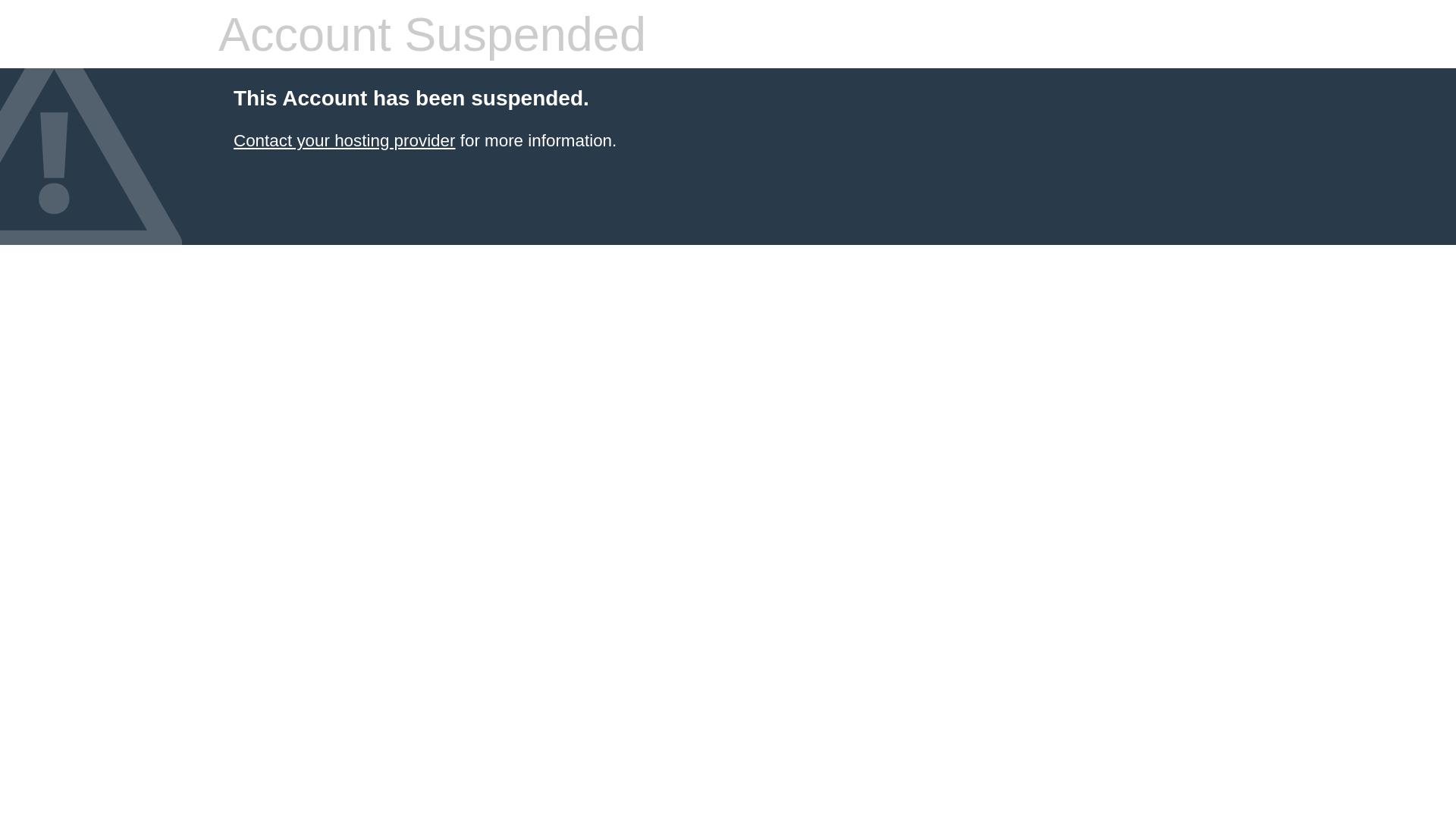 The image size is (1456, 819). Describe the element at coordinates (344, 140) in the screenshot. I see `'Contact your hosting provider'` at that location.